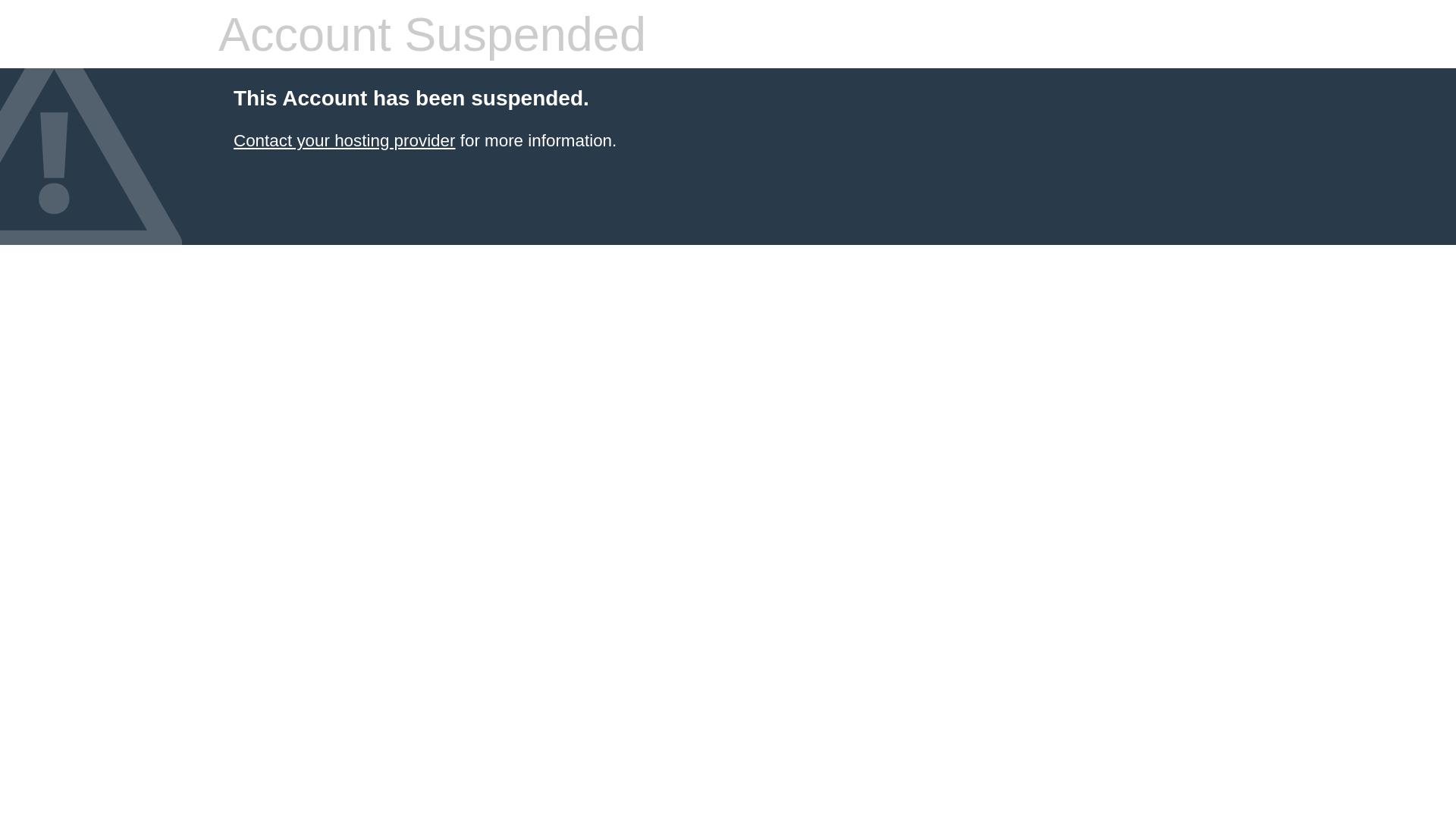 The image size is (1456, 819). Describe the element at coordinates (344, 140) in the screenshot. I see `'Contact your hosting provider'` at that location.